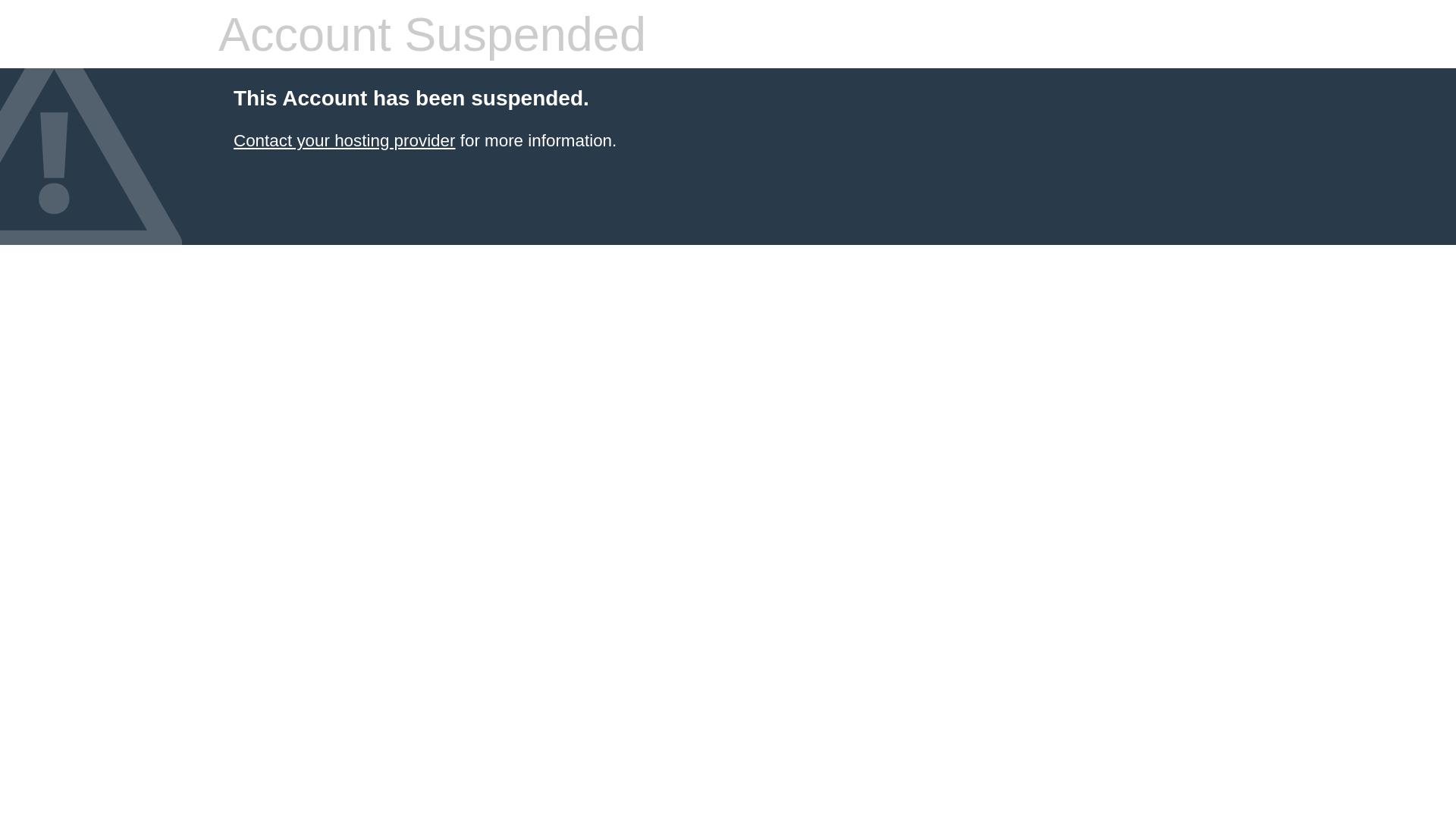 The image size is (1456, 819). Describe the element at coordinates (344, 140) in the screenshot. I see `'Contact your hosting provider'` at that location.